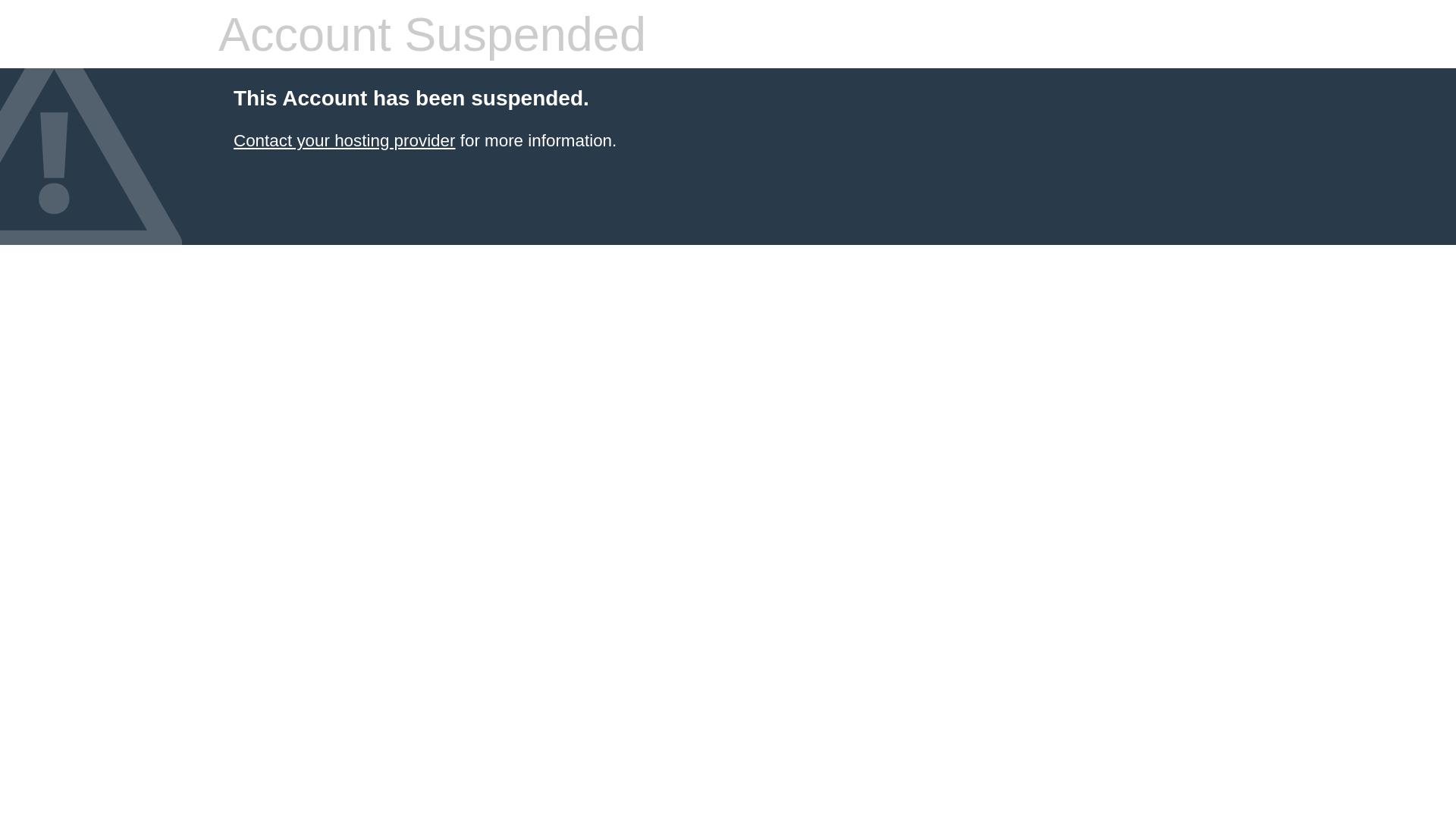 The image size is (1456, 819). Describe the element at coordinates (344, 140) in the screenshot. I see `'Contact your hosting provider'` at that location.